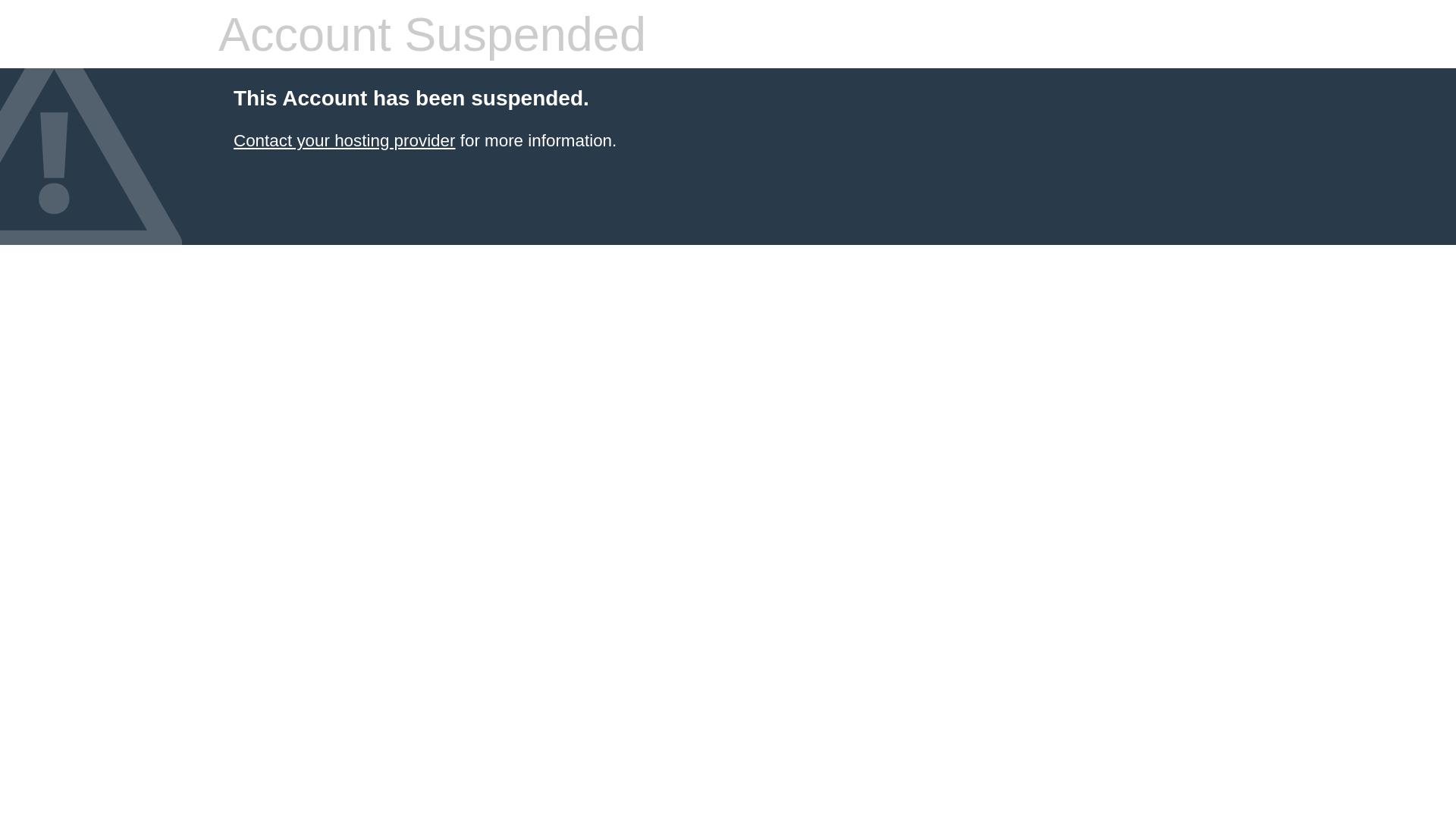 The image size is (1456, 819). Describe the element at coordinates (344, 140) in the screenshot. I see `'Contact your hosting provider'` at that location.